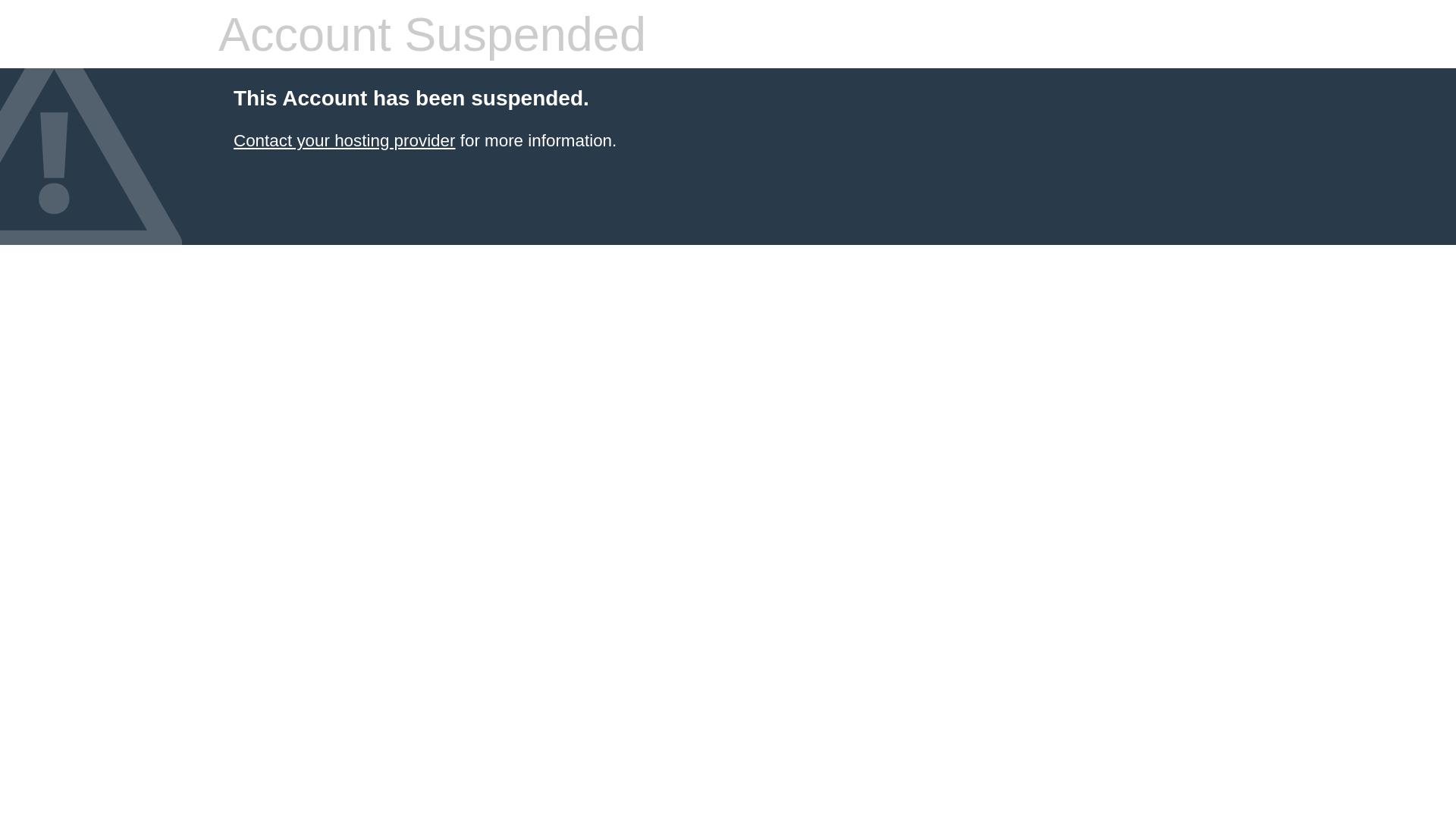 The image size is (1456, 819). Describe the element at coordinates (344, 140) in the screenshot. I see `'Contact your hosting provider'` at that location.